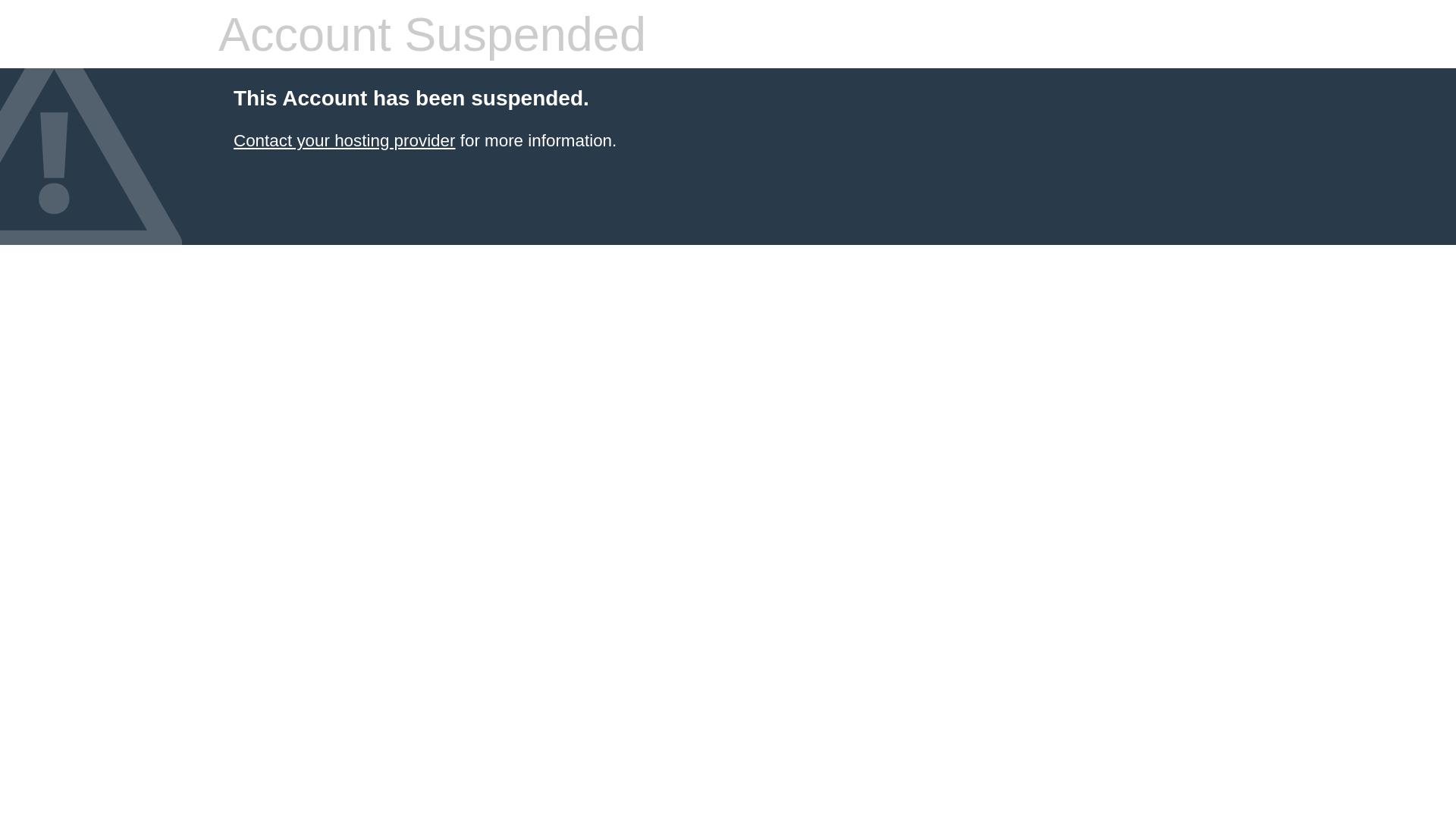 The image size is (1456, 819). Describe the element at coordinates (344, 140) in the screenshot. I see `'Contact your hosting provider'` at that location.